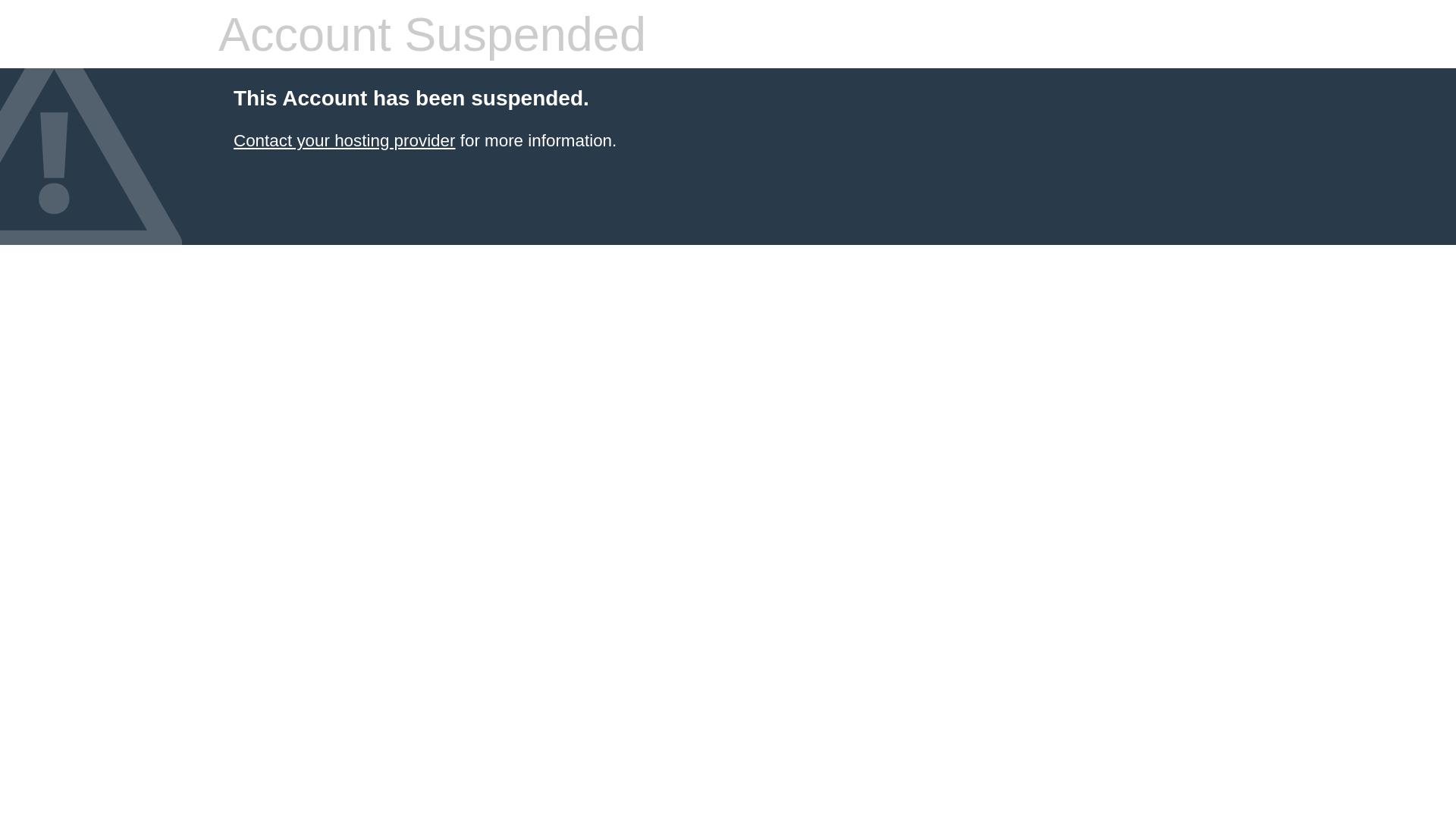 The image size is (1456, 819). Describe the element at coordinates (344, 140) in the screenshot. I see `'Contact your hosting provider'` at that location.